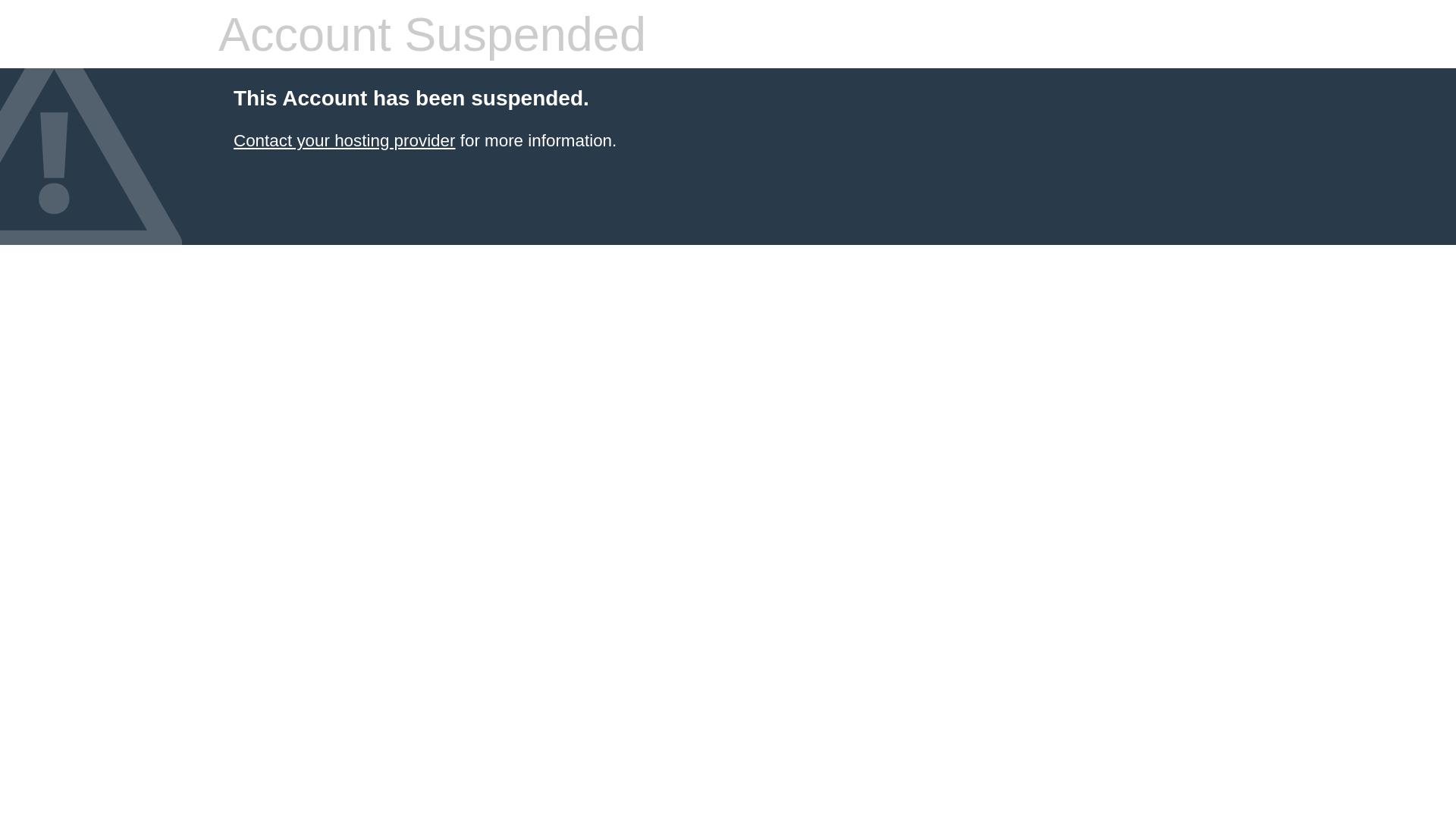 The image size is (1456, 819). Describe the element at coordinates (344, 140) in the screenshot. I see `'Contact your hosting provider'` at that location.